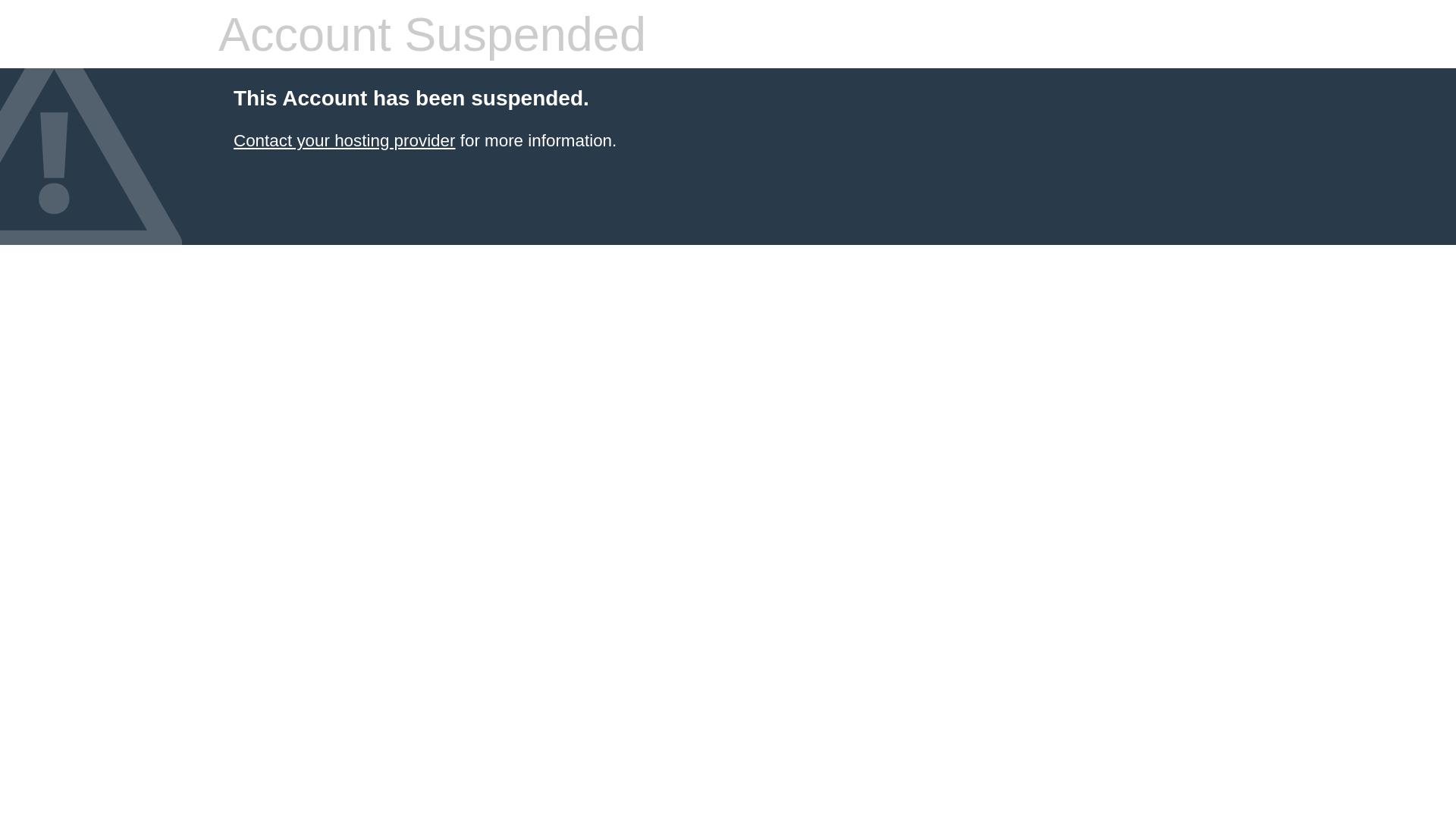 The image size is (1456, 819). Describe the element at coordinates (344, 140) in the screenshot. I see `'Contact your hosting provider'` at that location.